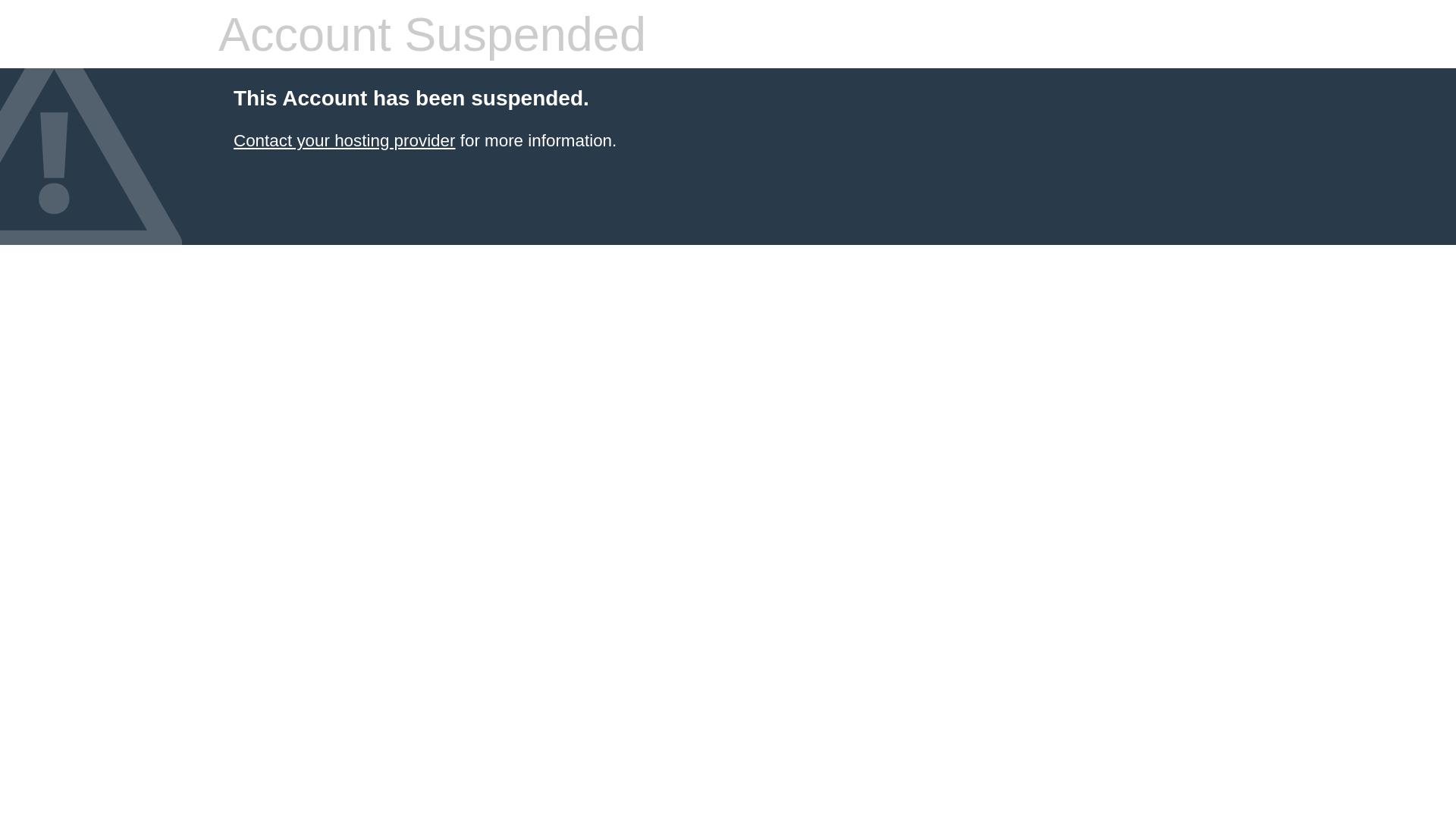 The image size is (1456, 819). Describe the element at coordinates (344, 140) in the screenshot. I see `'Contact your hosting provider'` at that location.